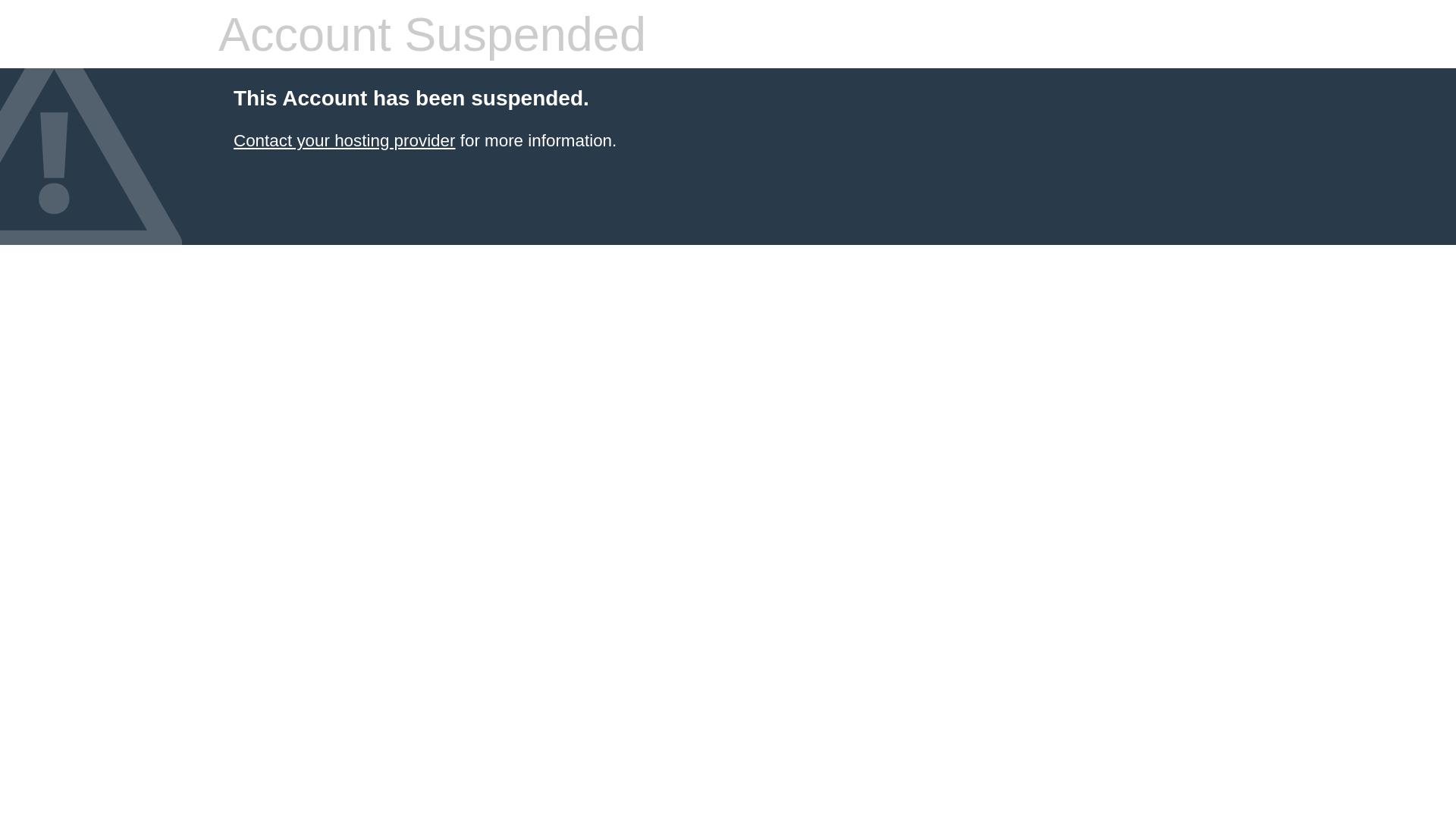 The image size is (1456, 819). Describe the element at coordinates (344, 140) in the screenshot. I see `'Contact your hosting provider'` at that location.